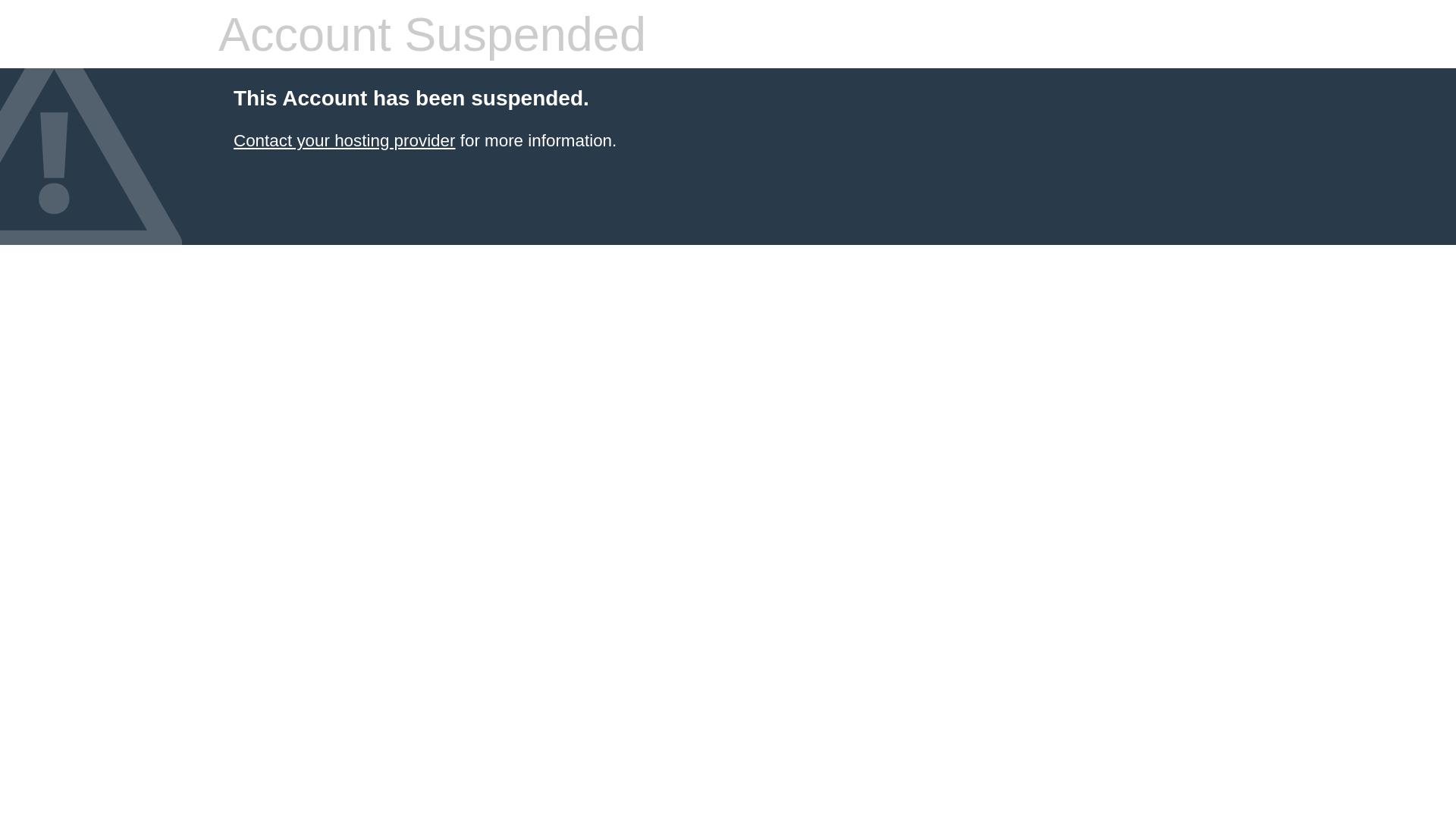 The image size is (1456, 819). Describe the element at coordinates (344, 140) in the screenshot. I see `'Contact your hosting provider'` at that location.